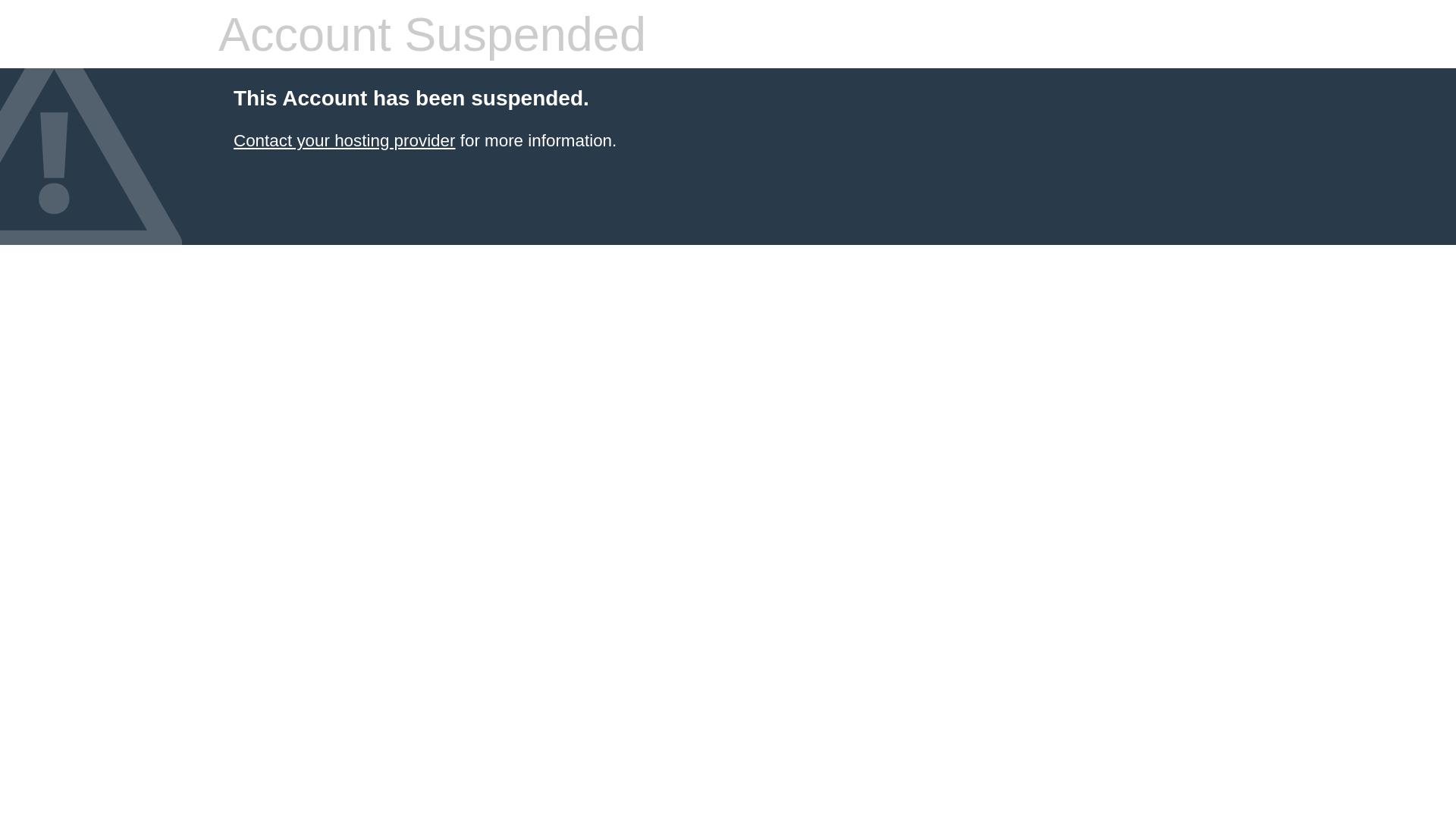 The image size is (1456, 819). Describe the element at coordinates (344, 140) in the screenshot. I see `'Contact your hosting provider'` at that location.